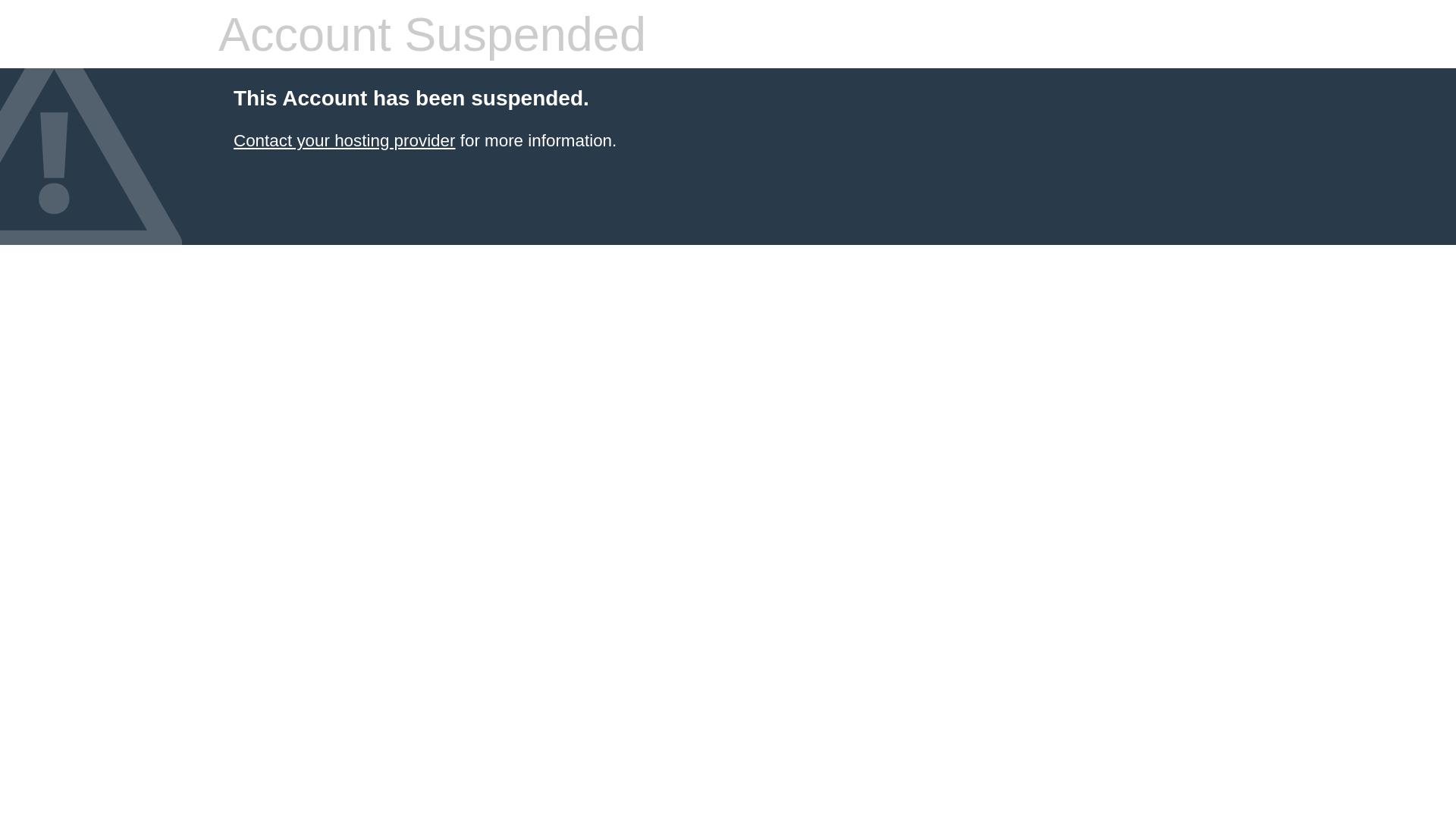 The image size is (1456, 819). Describe the element at coordinates (344, 140) in the screenshot. I see `'Contact your hosting provider'` at that location.